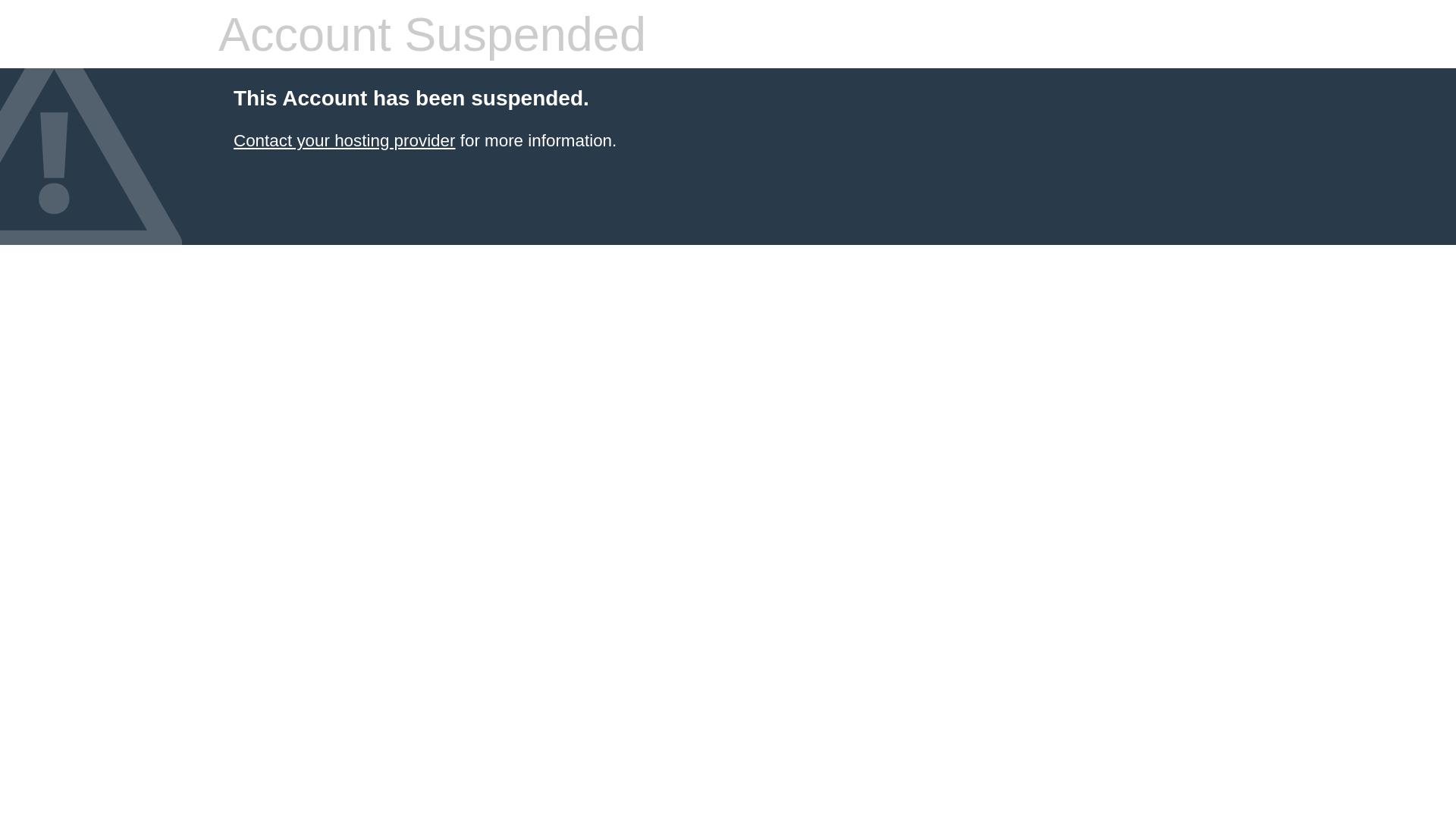 The image size is (1456, 819). Describe the element at coordinates (344, 140) in the screenshot. I see `'Contact your hosting provider'` at that location.